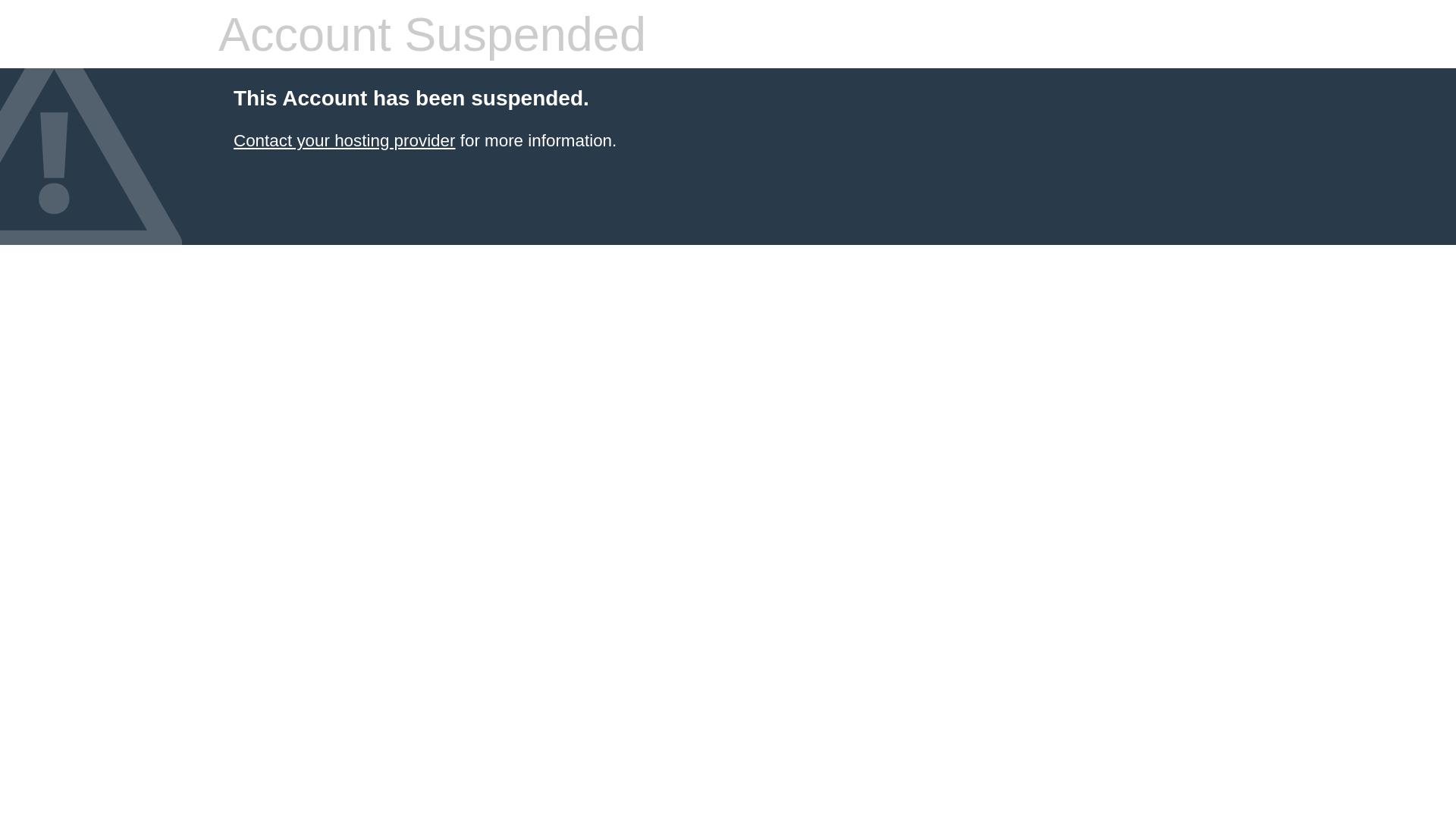 The image size is (1456, 819). Describe the element at coordinates (344, 140) in the screenshot. I see `'Contact your hosting provider'` at that location.